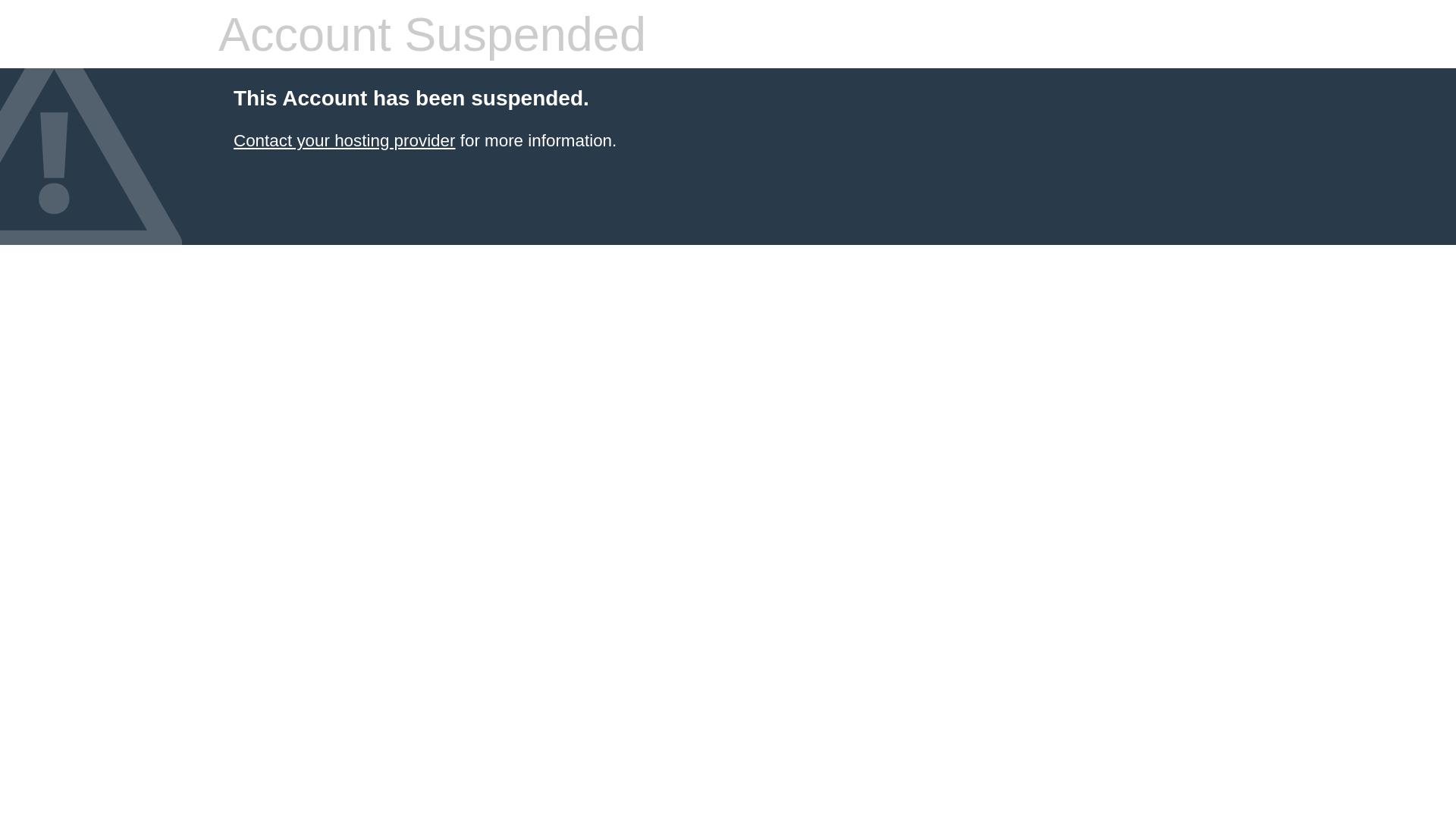 The image size is (1456, 819). Describe the element at coordinates (344, 140) in the screenshot. I see `'Contact your hosting provider'` at that location.